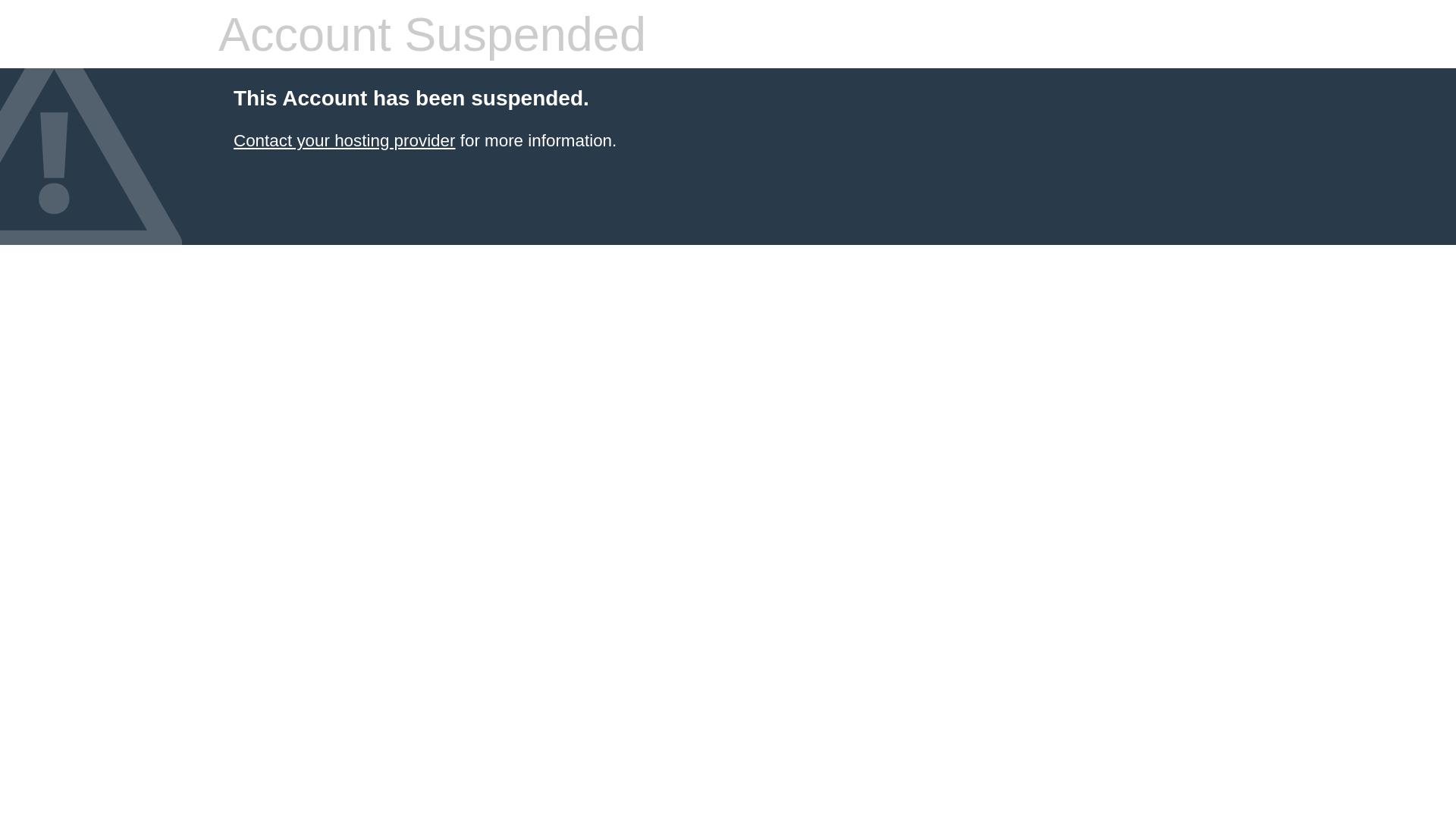 The image size is (1456, 819). Describe the element at coordinates (344, 140) in the screenshot. I see `'Contact your hosting provider'` at that location.